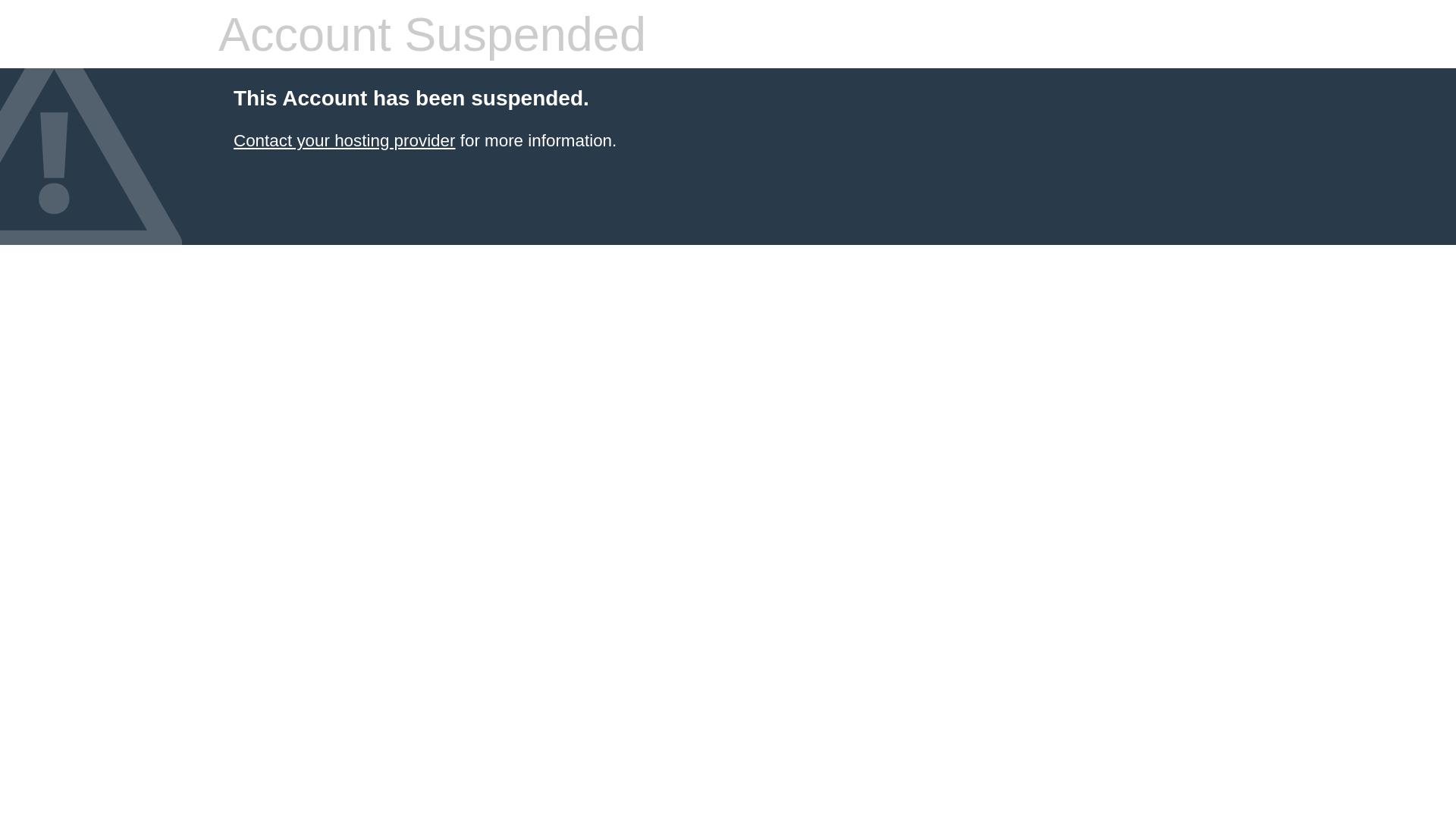 The image size is (1456, 819). Describe the element at coordinates (344, 140) in the screenshot. I see `'Contact your hosting provider'` at that location.